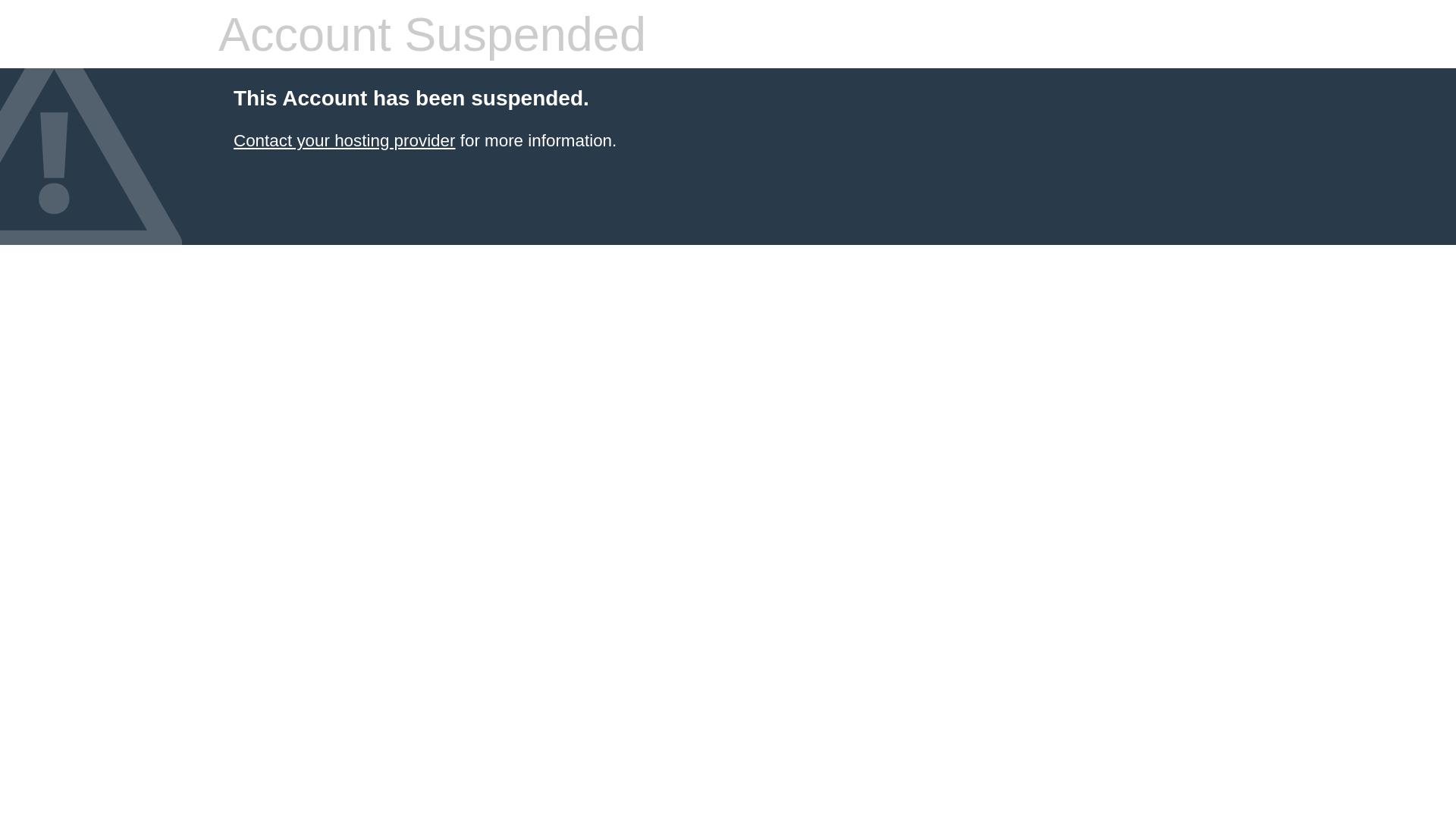 The image size is (1456, 819). Describe the element at coordinates (344, 140) in the screenshot. I see `'Contact your hosting provider'` at that location.